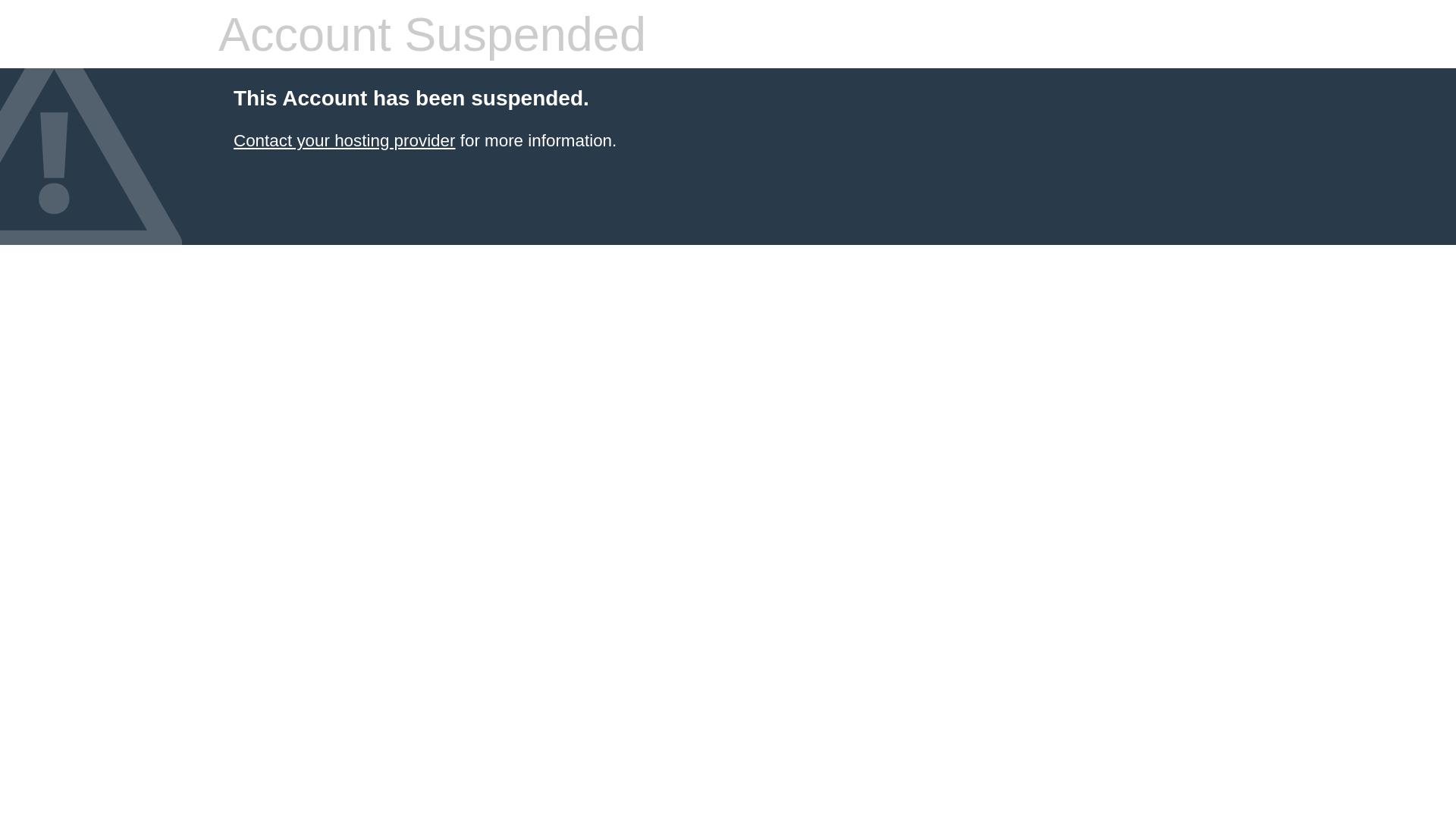 The image size is (1456, 819). Describe the element at coordinates (344, 140) in the screenshot. I see `'Contact your hosting provider'` at that location.